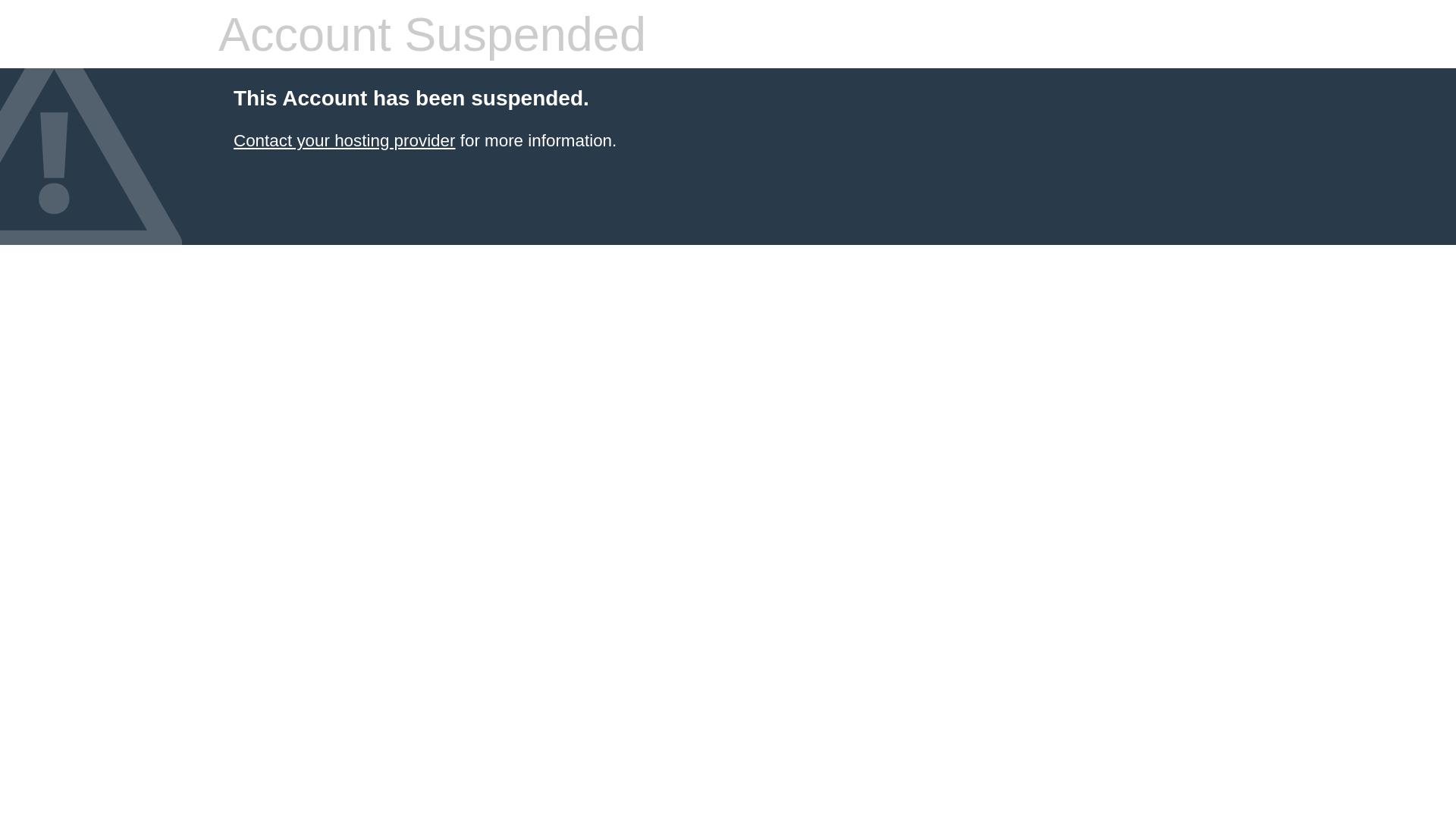 The image size is (1456, 819). Describe the element at coordinates (344, 140) in the screenshot. I see `'Contact your hosting provider'` at that location.